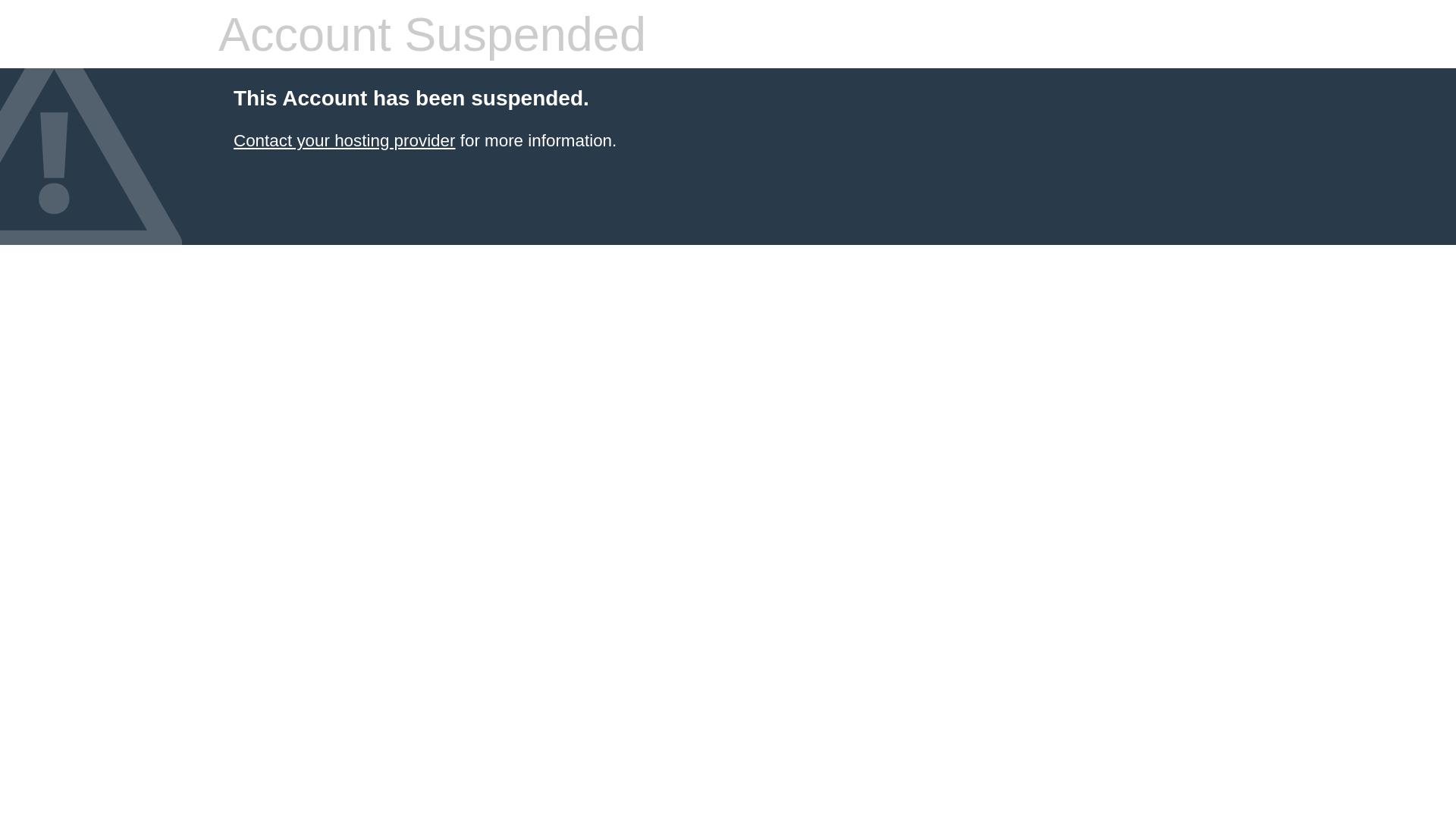 The image size is (1456, 819). Describe the element at coordinates (344, 140) in the screenshot. I see `'Contact your hosting provider'` at that location.